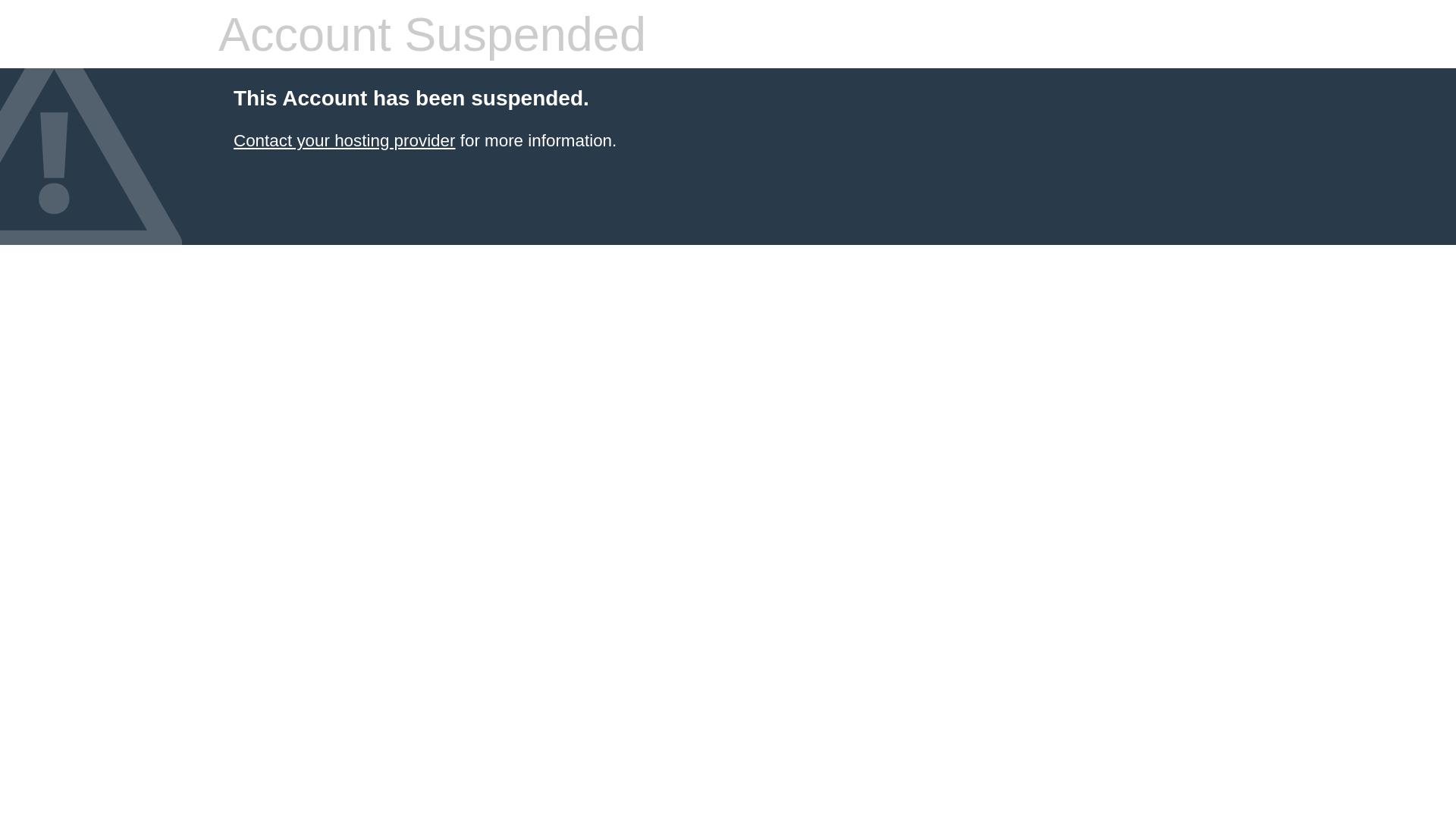 The image size is (1456, 819). Describe the element at coordinates (344, 140) in the screenshot. I see `'Contact your hosting provider'` at that location.